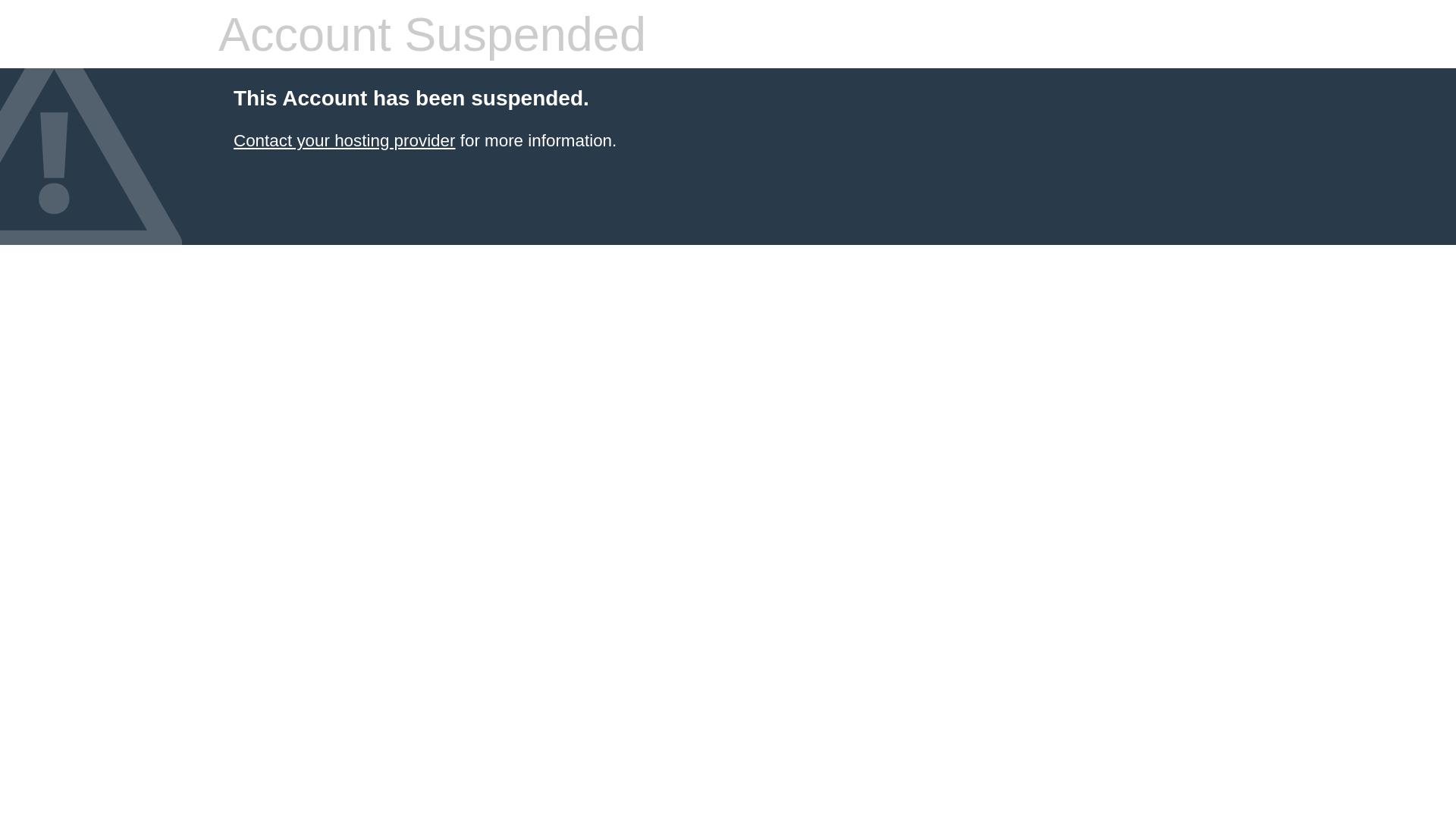 The image size is (1456, 819). Describe the element at coordinates (344, 140) in the screenshot. I see `'Contact your hosting provider'` at that location.